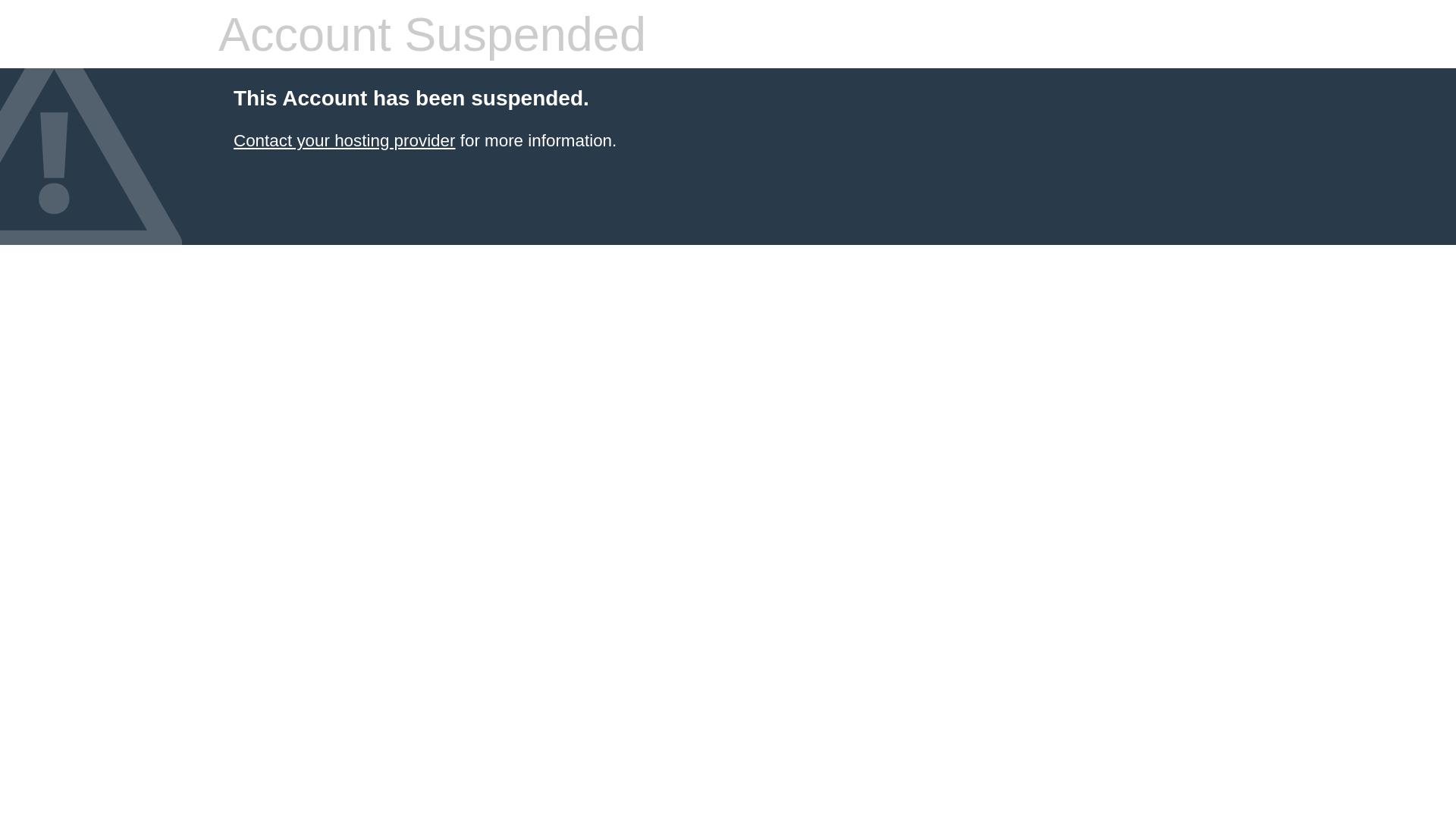 The image size is (1456, 819). Describe the element at coordinates (344, 140) in the screenshot. I see `'Contact your hosting provider'` at that location.